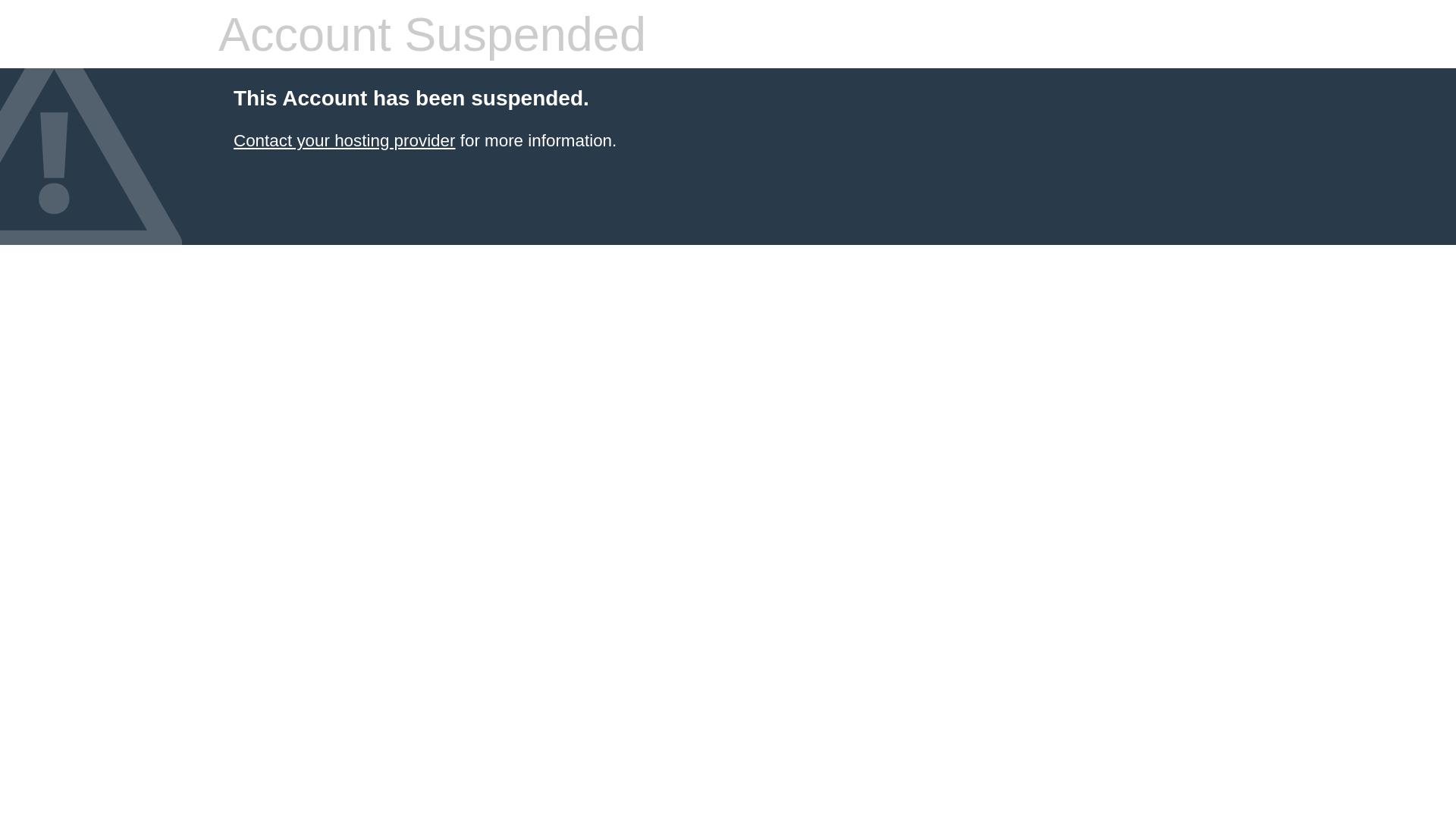 The image size is (1456, 819). Describe the element at coordinates (344, 140) in the screenshot. I see `'Contact your hosting provider'` at that location.